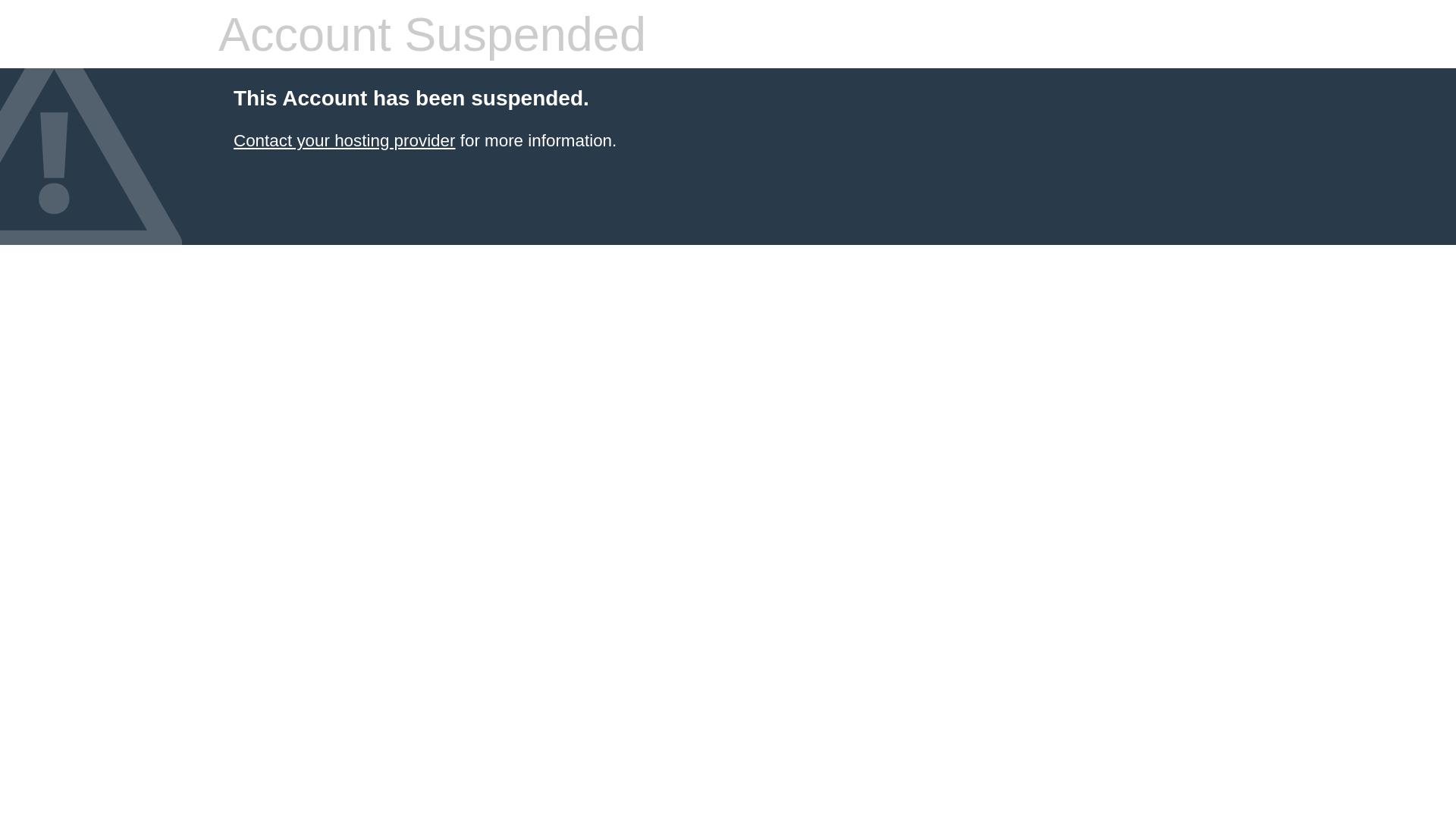 The image size is (1456, 819). Describe the element at coordinates (344, 140) in the screenshot. I see `'Contact your hosting provider'` at that location.